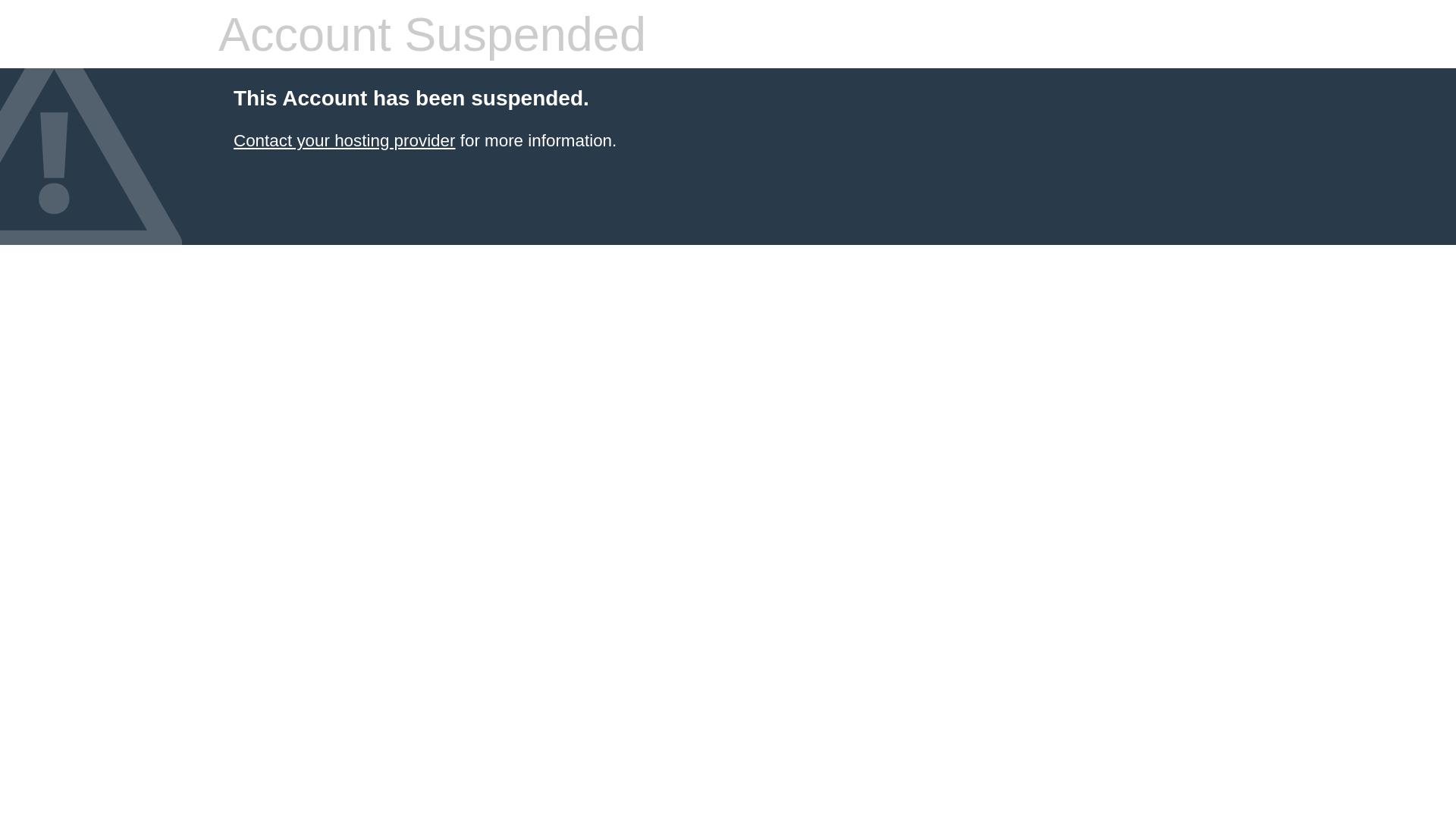 The image size is (1456, 819). Describe the element at coordinates (344, 140) in the screenshot. I see `'Contact your hosting provider'` at that location.